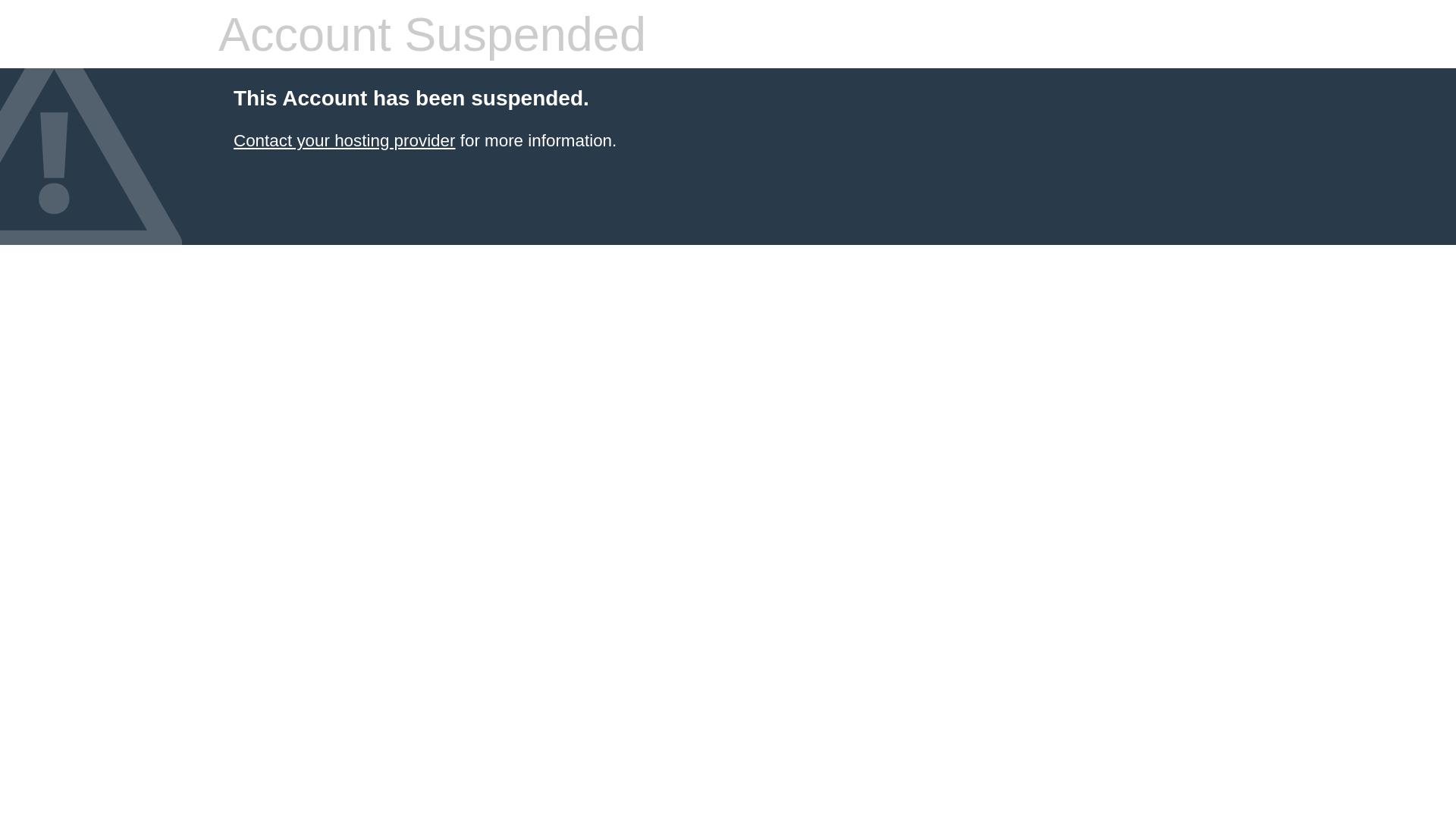 The image size is (1456, 819). Describe the element at coordinates (344, 140) in the screenshot. I see `'Contact your hosting provider'` at that location.